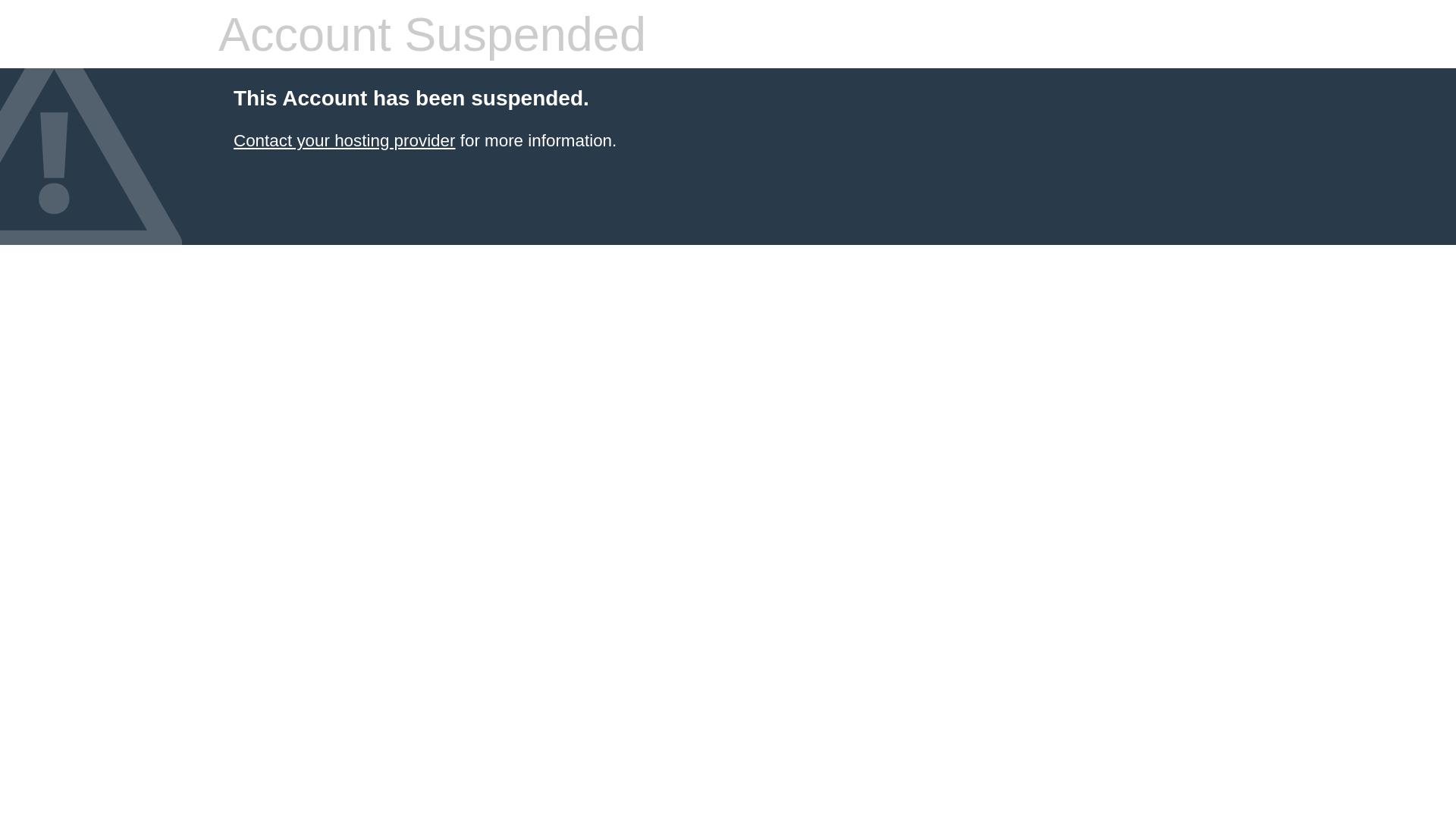 The image size is (1456, 819). Describe the element at coordinates (344, 140) in the screenshot. I see `'Contact your hosting provider'` at that location.